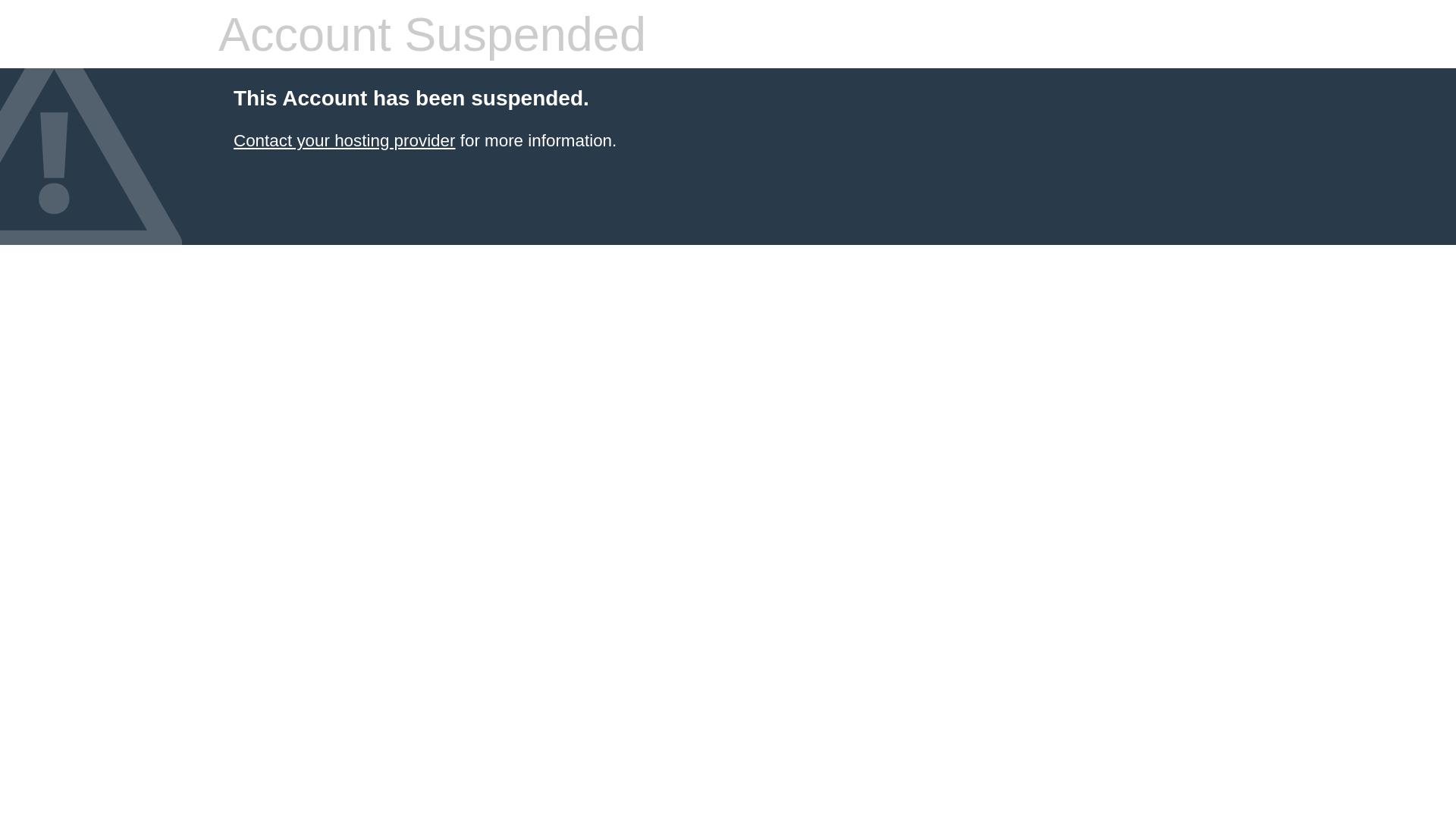 The image size is (1456, 819). Describe the element at coordinates (344, 140) in the screenshot. I see `'Contact your hosting provider'` at that location.